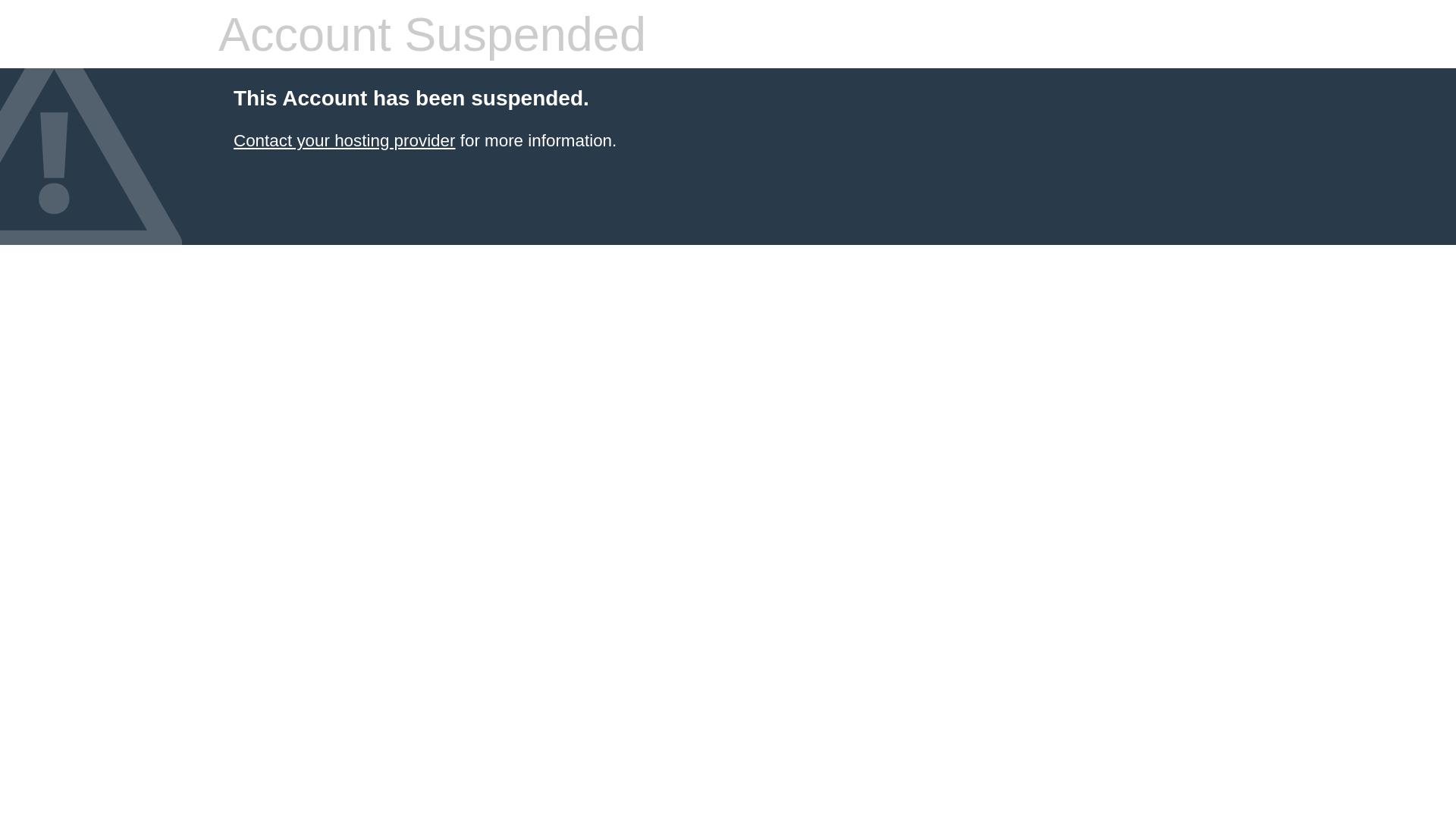 The image size is (1456, 819). Describe the element at coordinates (344, 140) in the screenshot. I see `'Contact your hosting provider'` at that location.